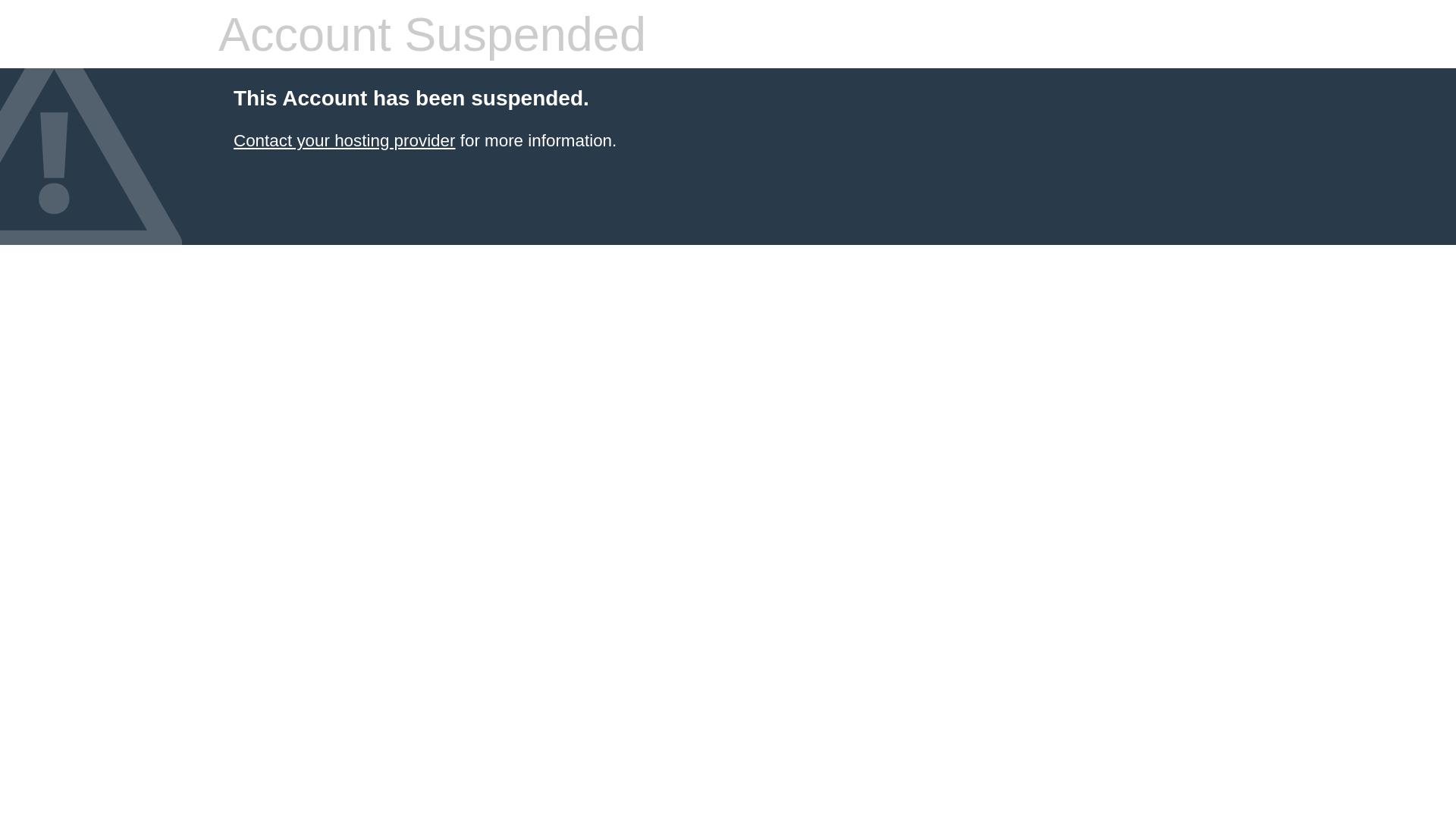 The image size is (1456, 819). Describe the element at coordinates (344, 140) in the screenshot. I see `'Contact your hosting provider'` at that location.